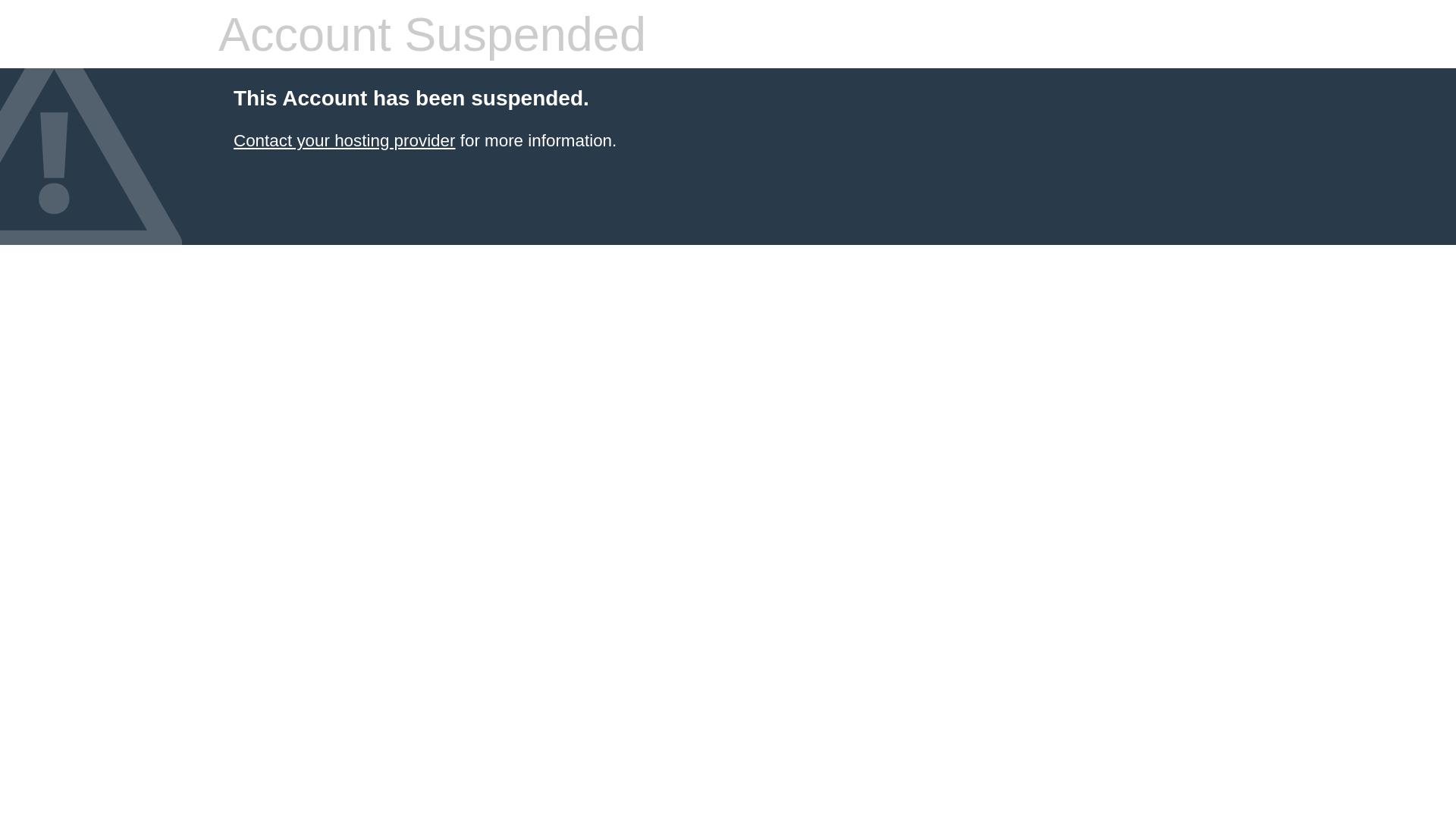 The image size is (1456, 819). Describe the element at coordinates (344, 140) in the screenshot. I see `'Contact your hosting provider'` at that location.